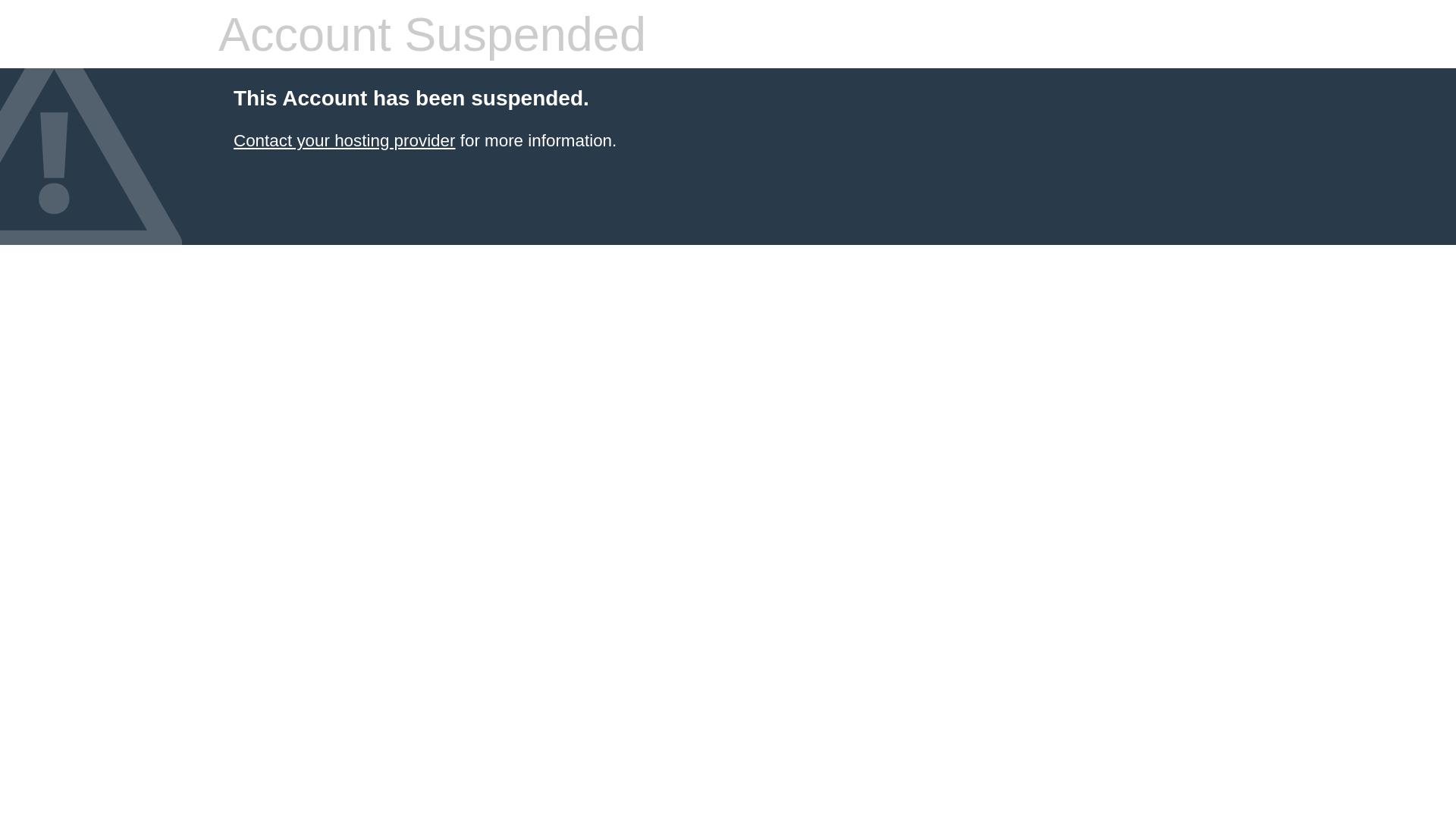 The image size is (1456, 819). Describe the element at coordinates (344, 140) in the screenshot. I see `'Contact your hosting provider'` at that location.